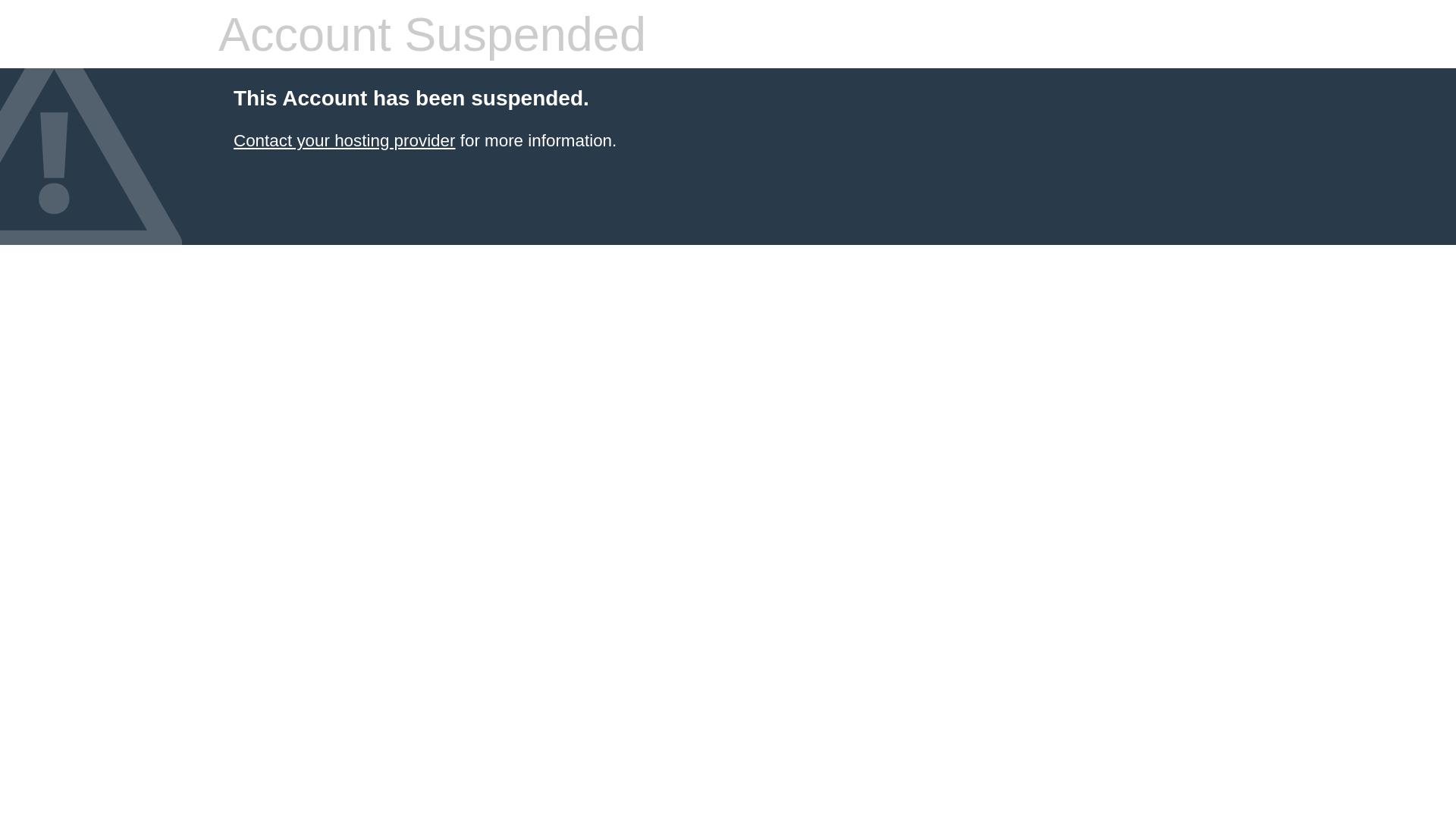 The image size is (1456, 819). Describe the element at coordinates (344, 140) in the screenshot. I see `'Contact your hosting provider'` at that location.